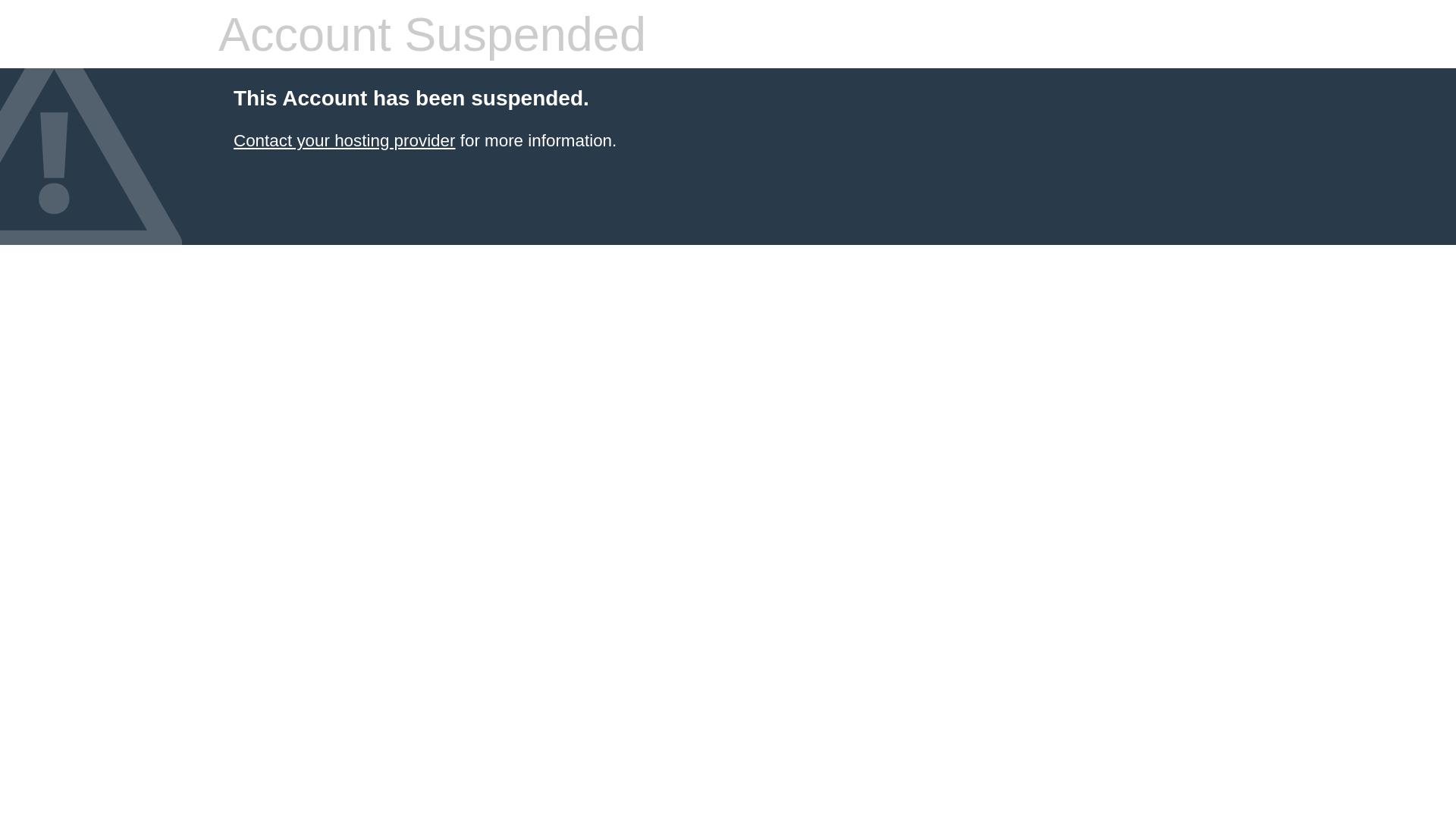 The image size is (1456, 819). Describe the element at coordinates (344, 140) in the screenshot. I see `'Contact your hosting provider'` at that location.